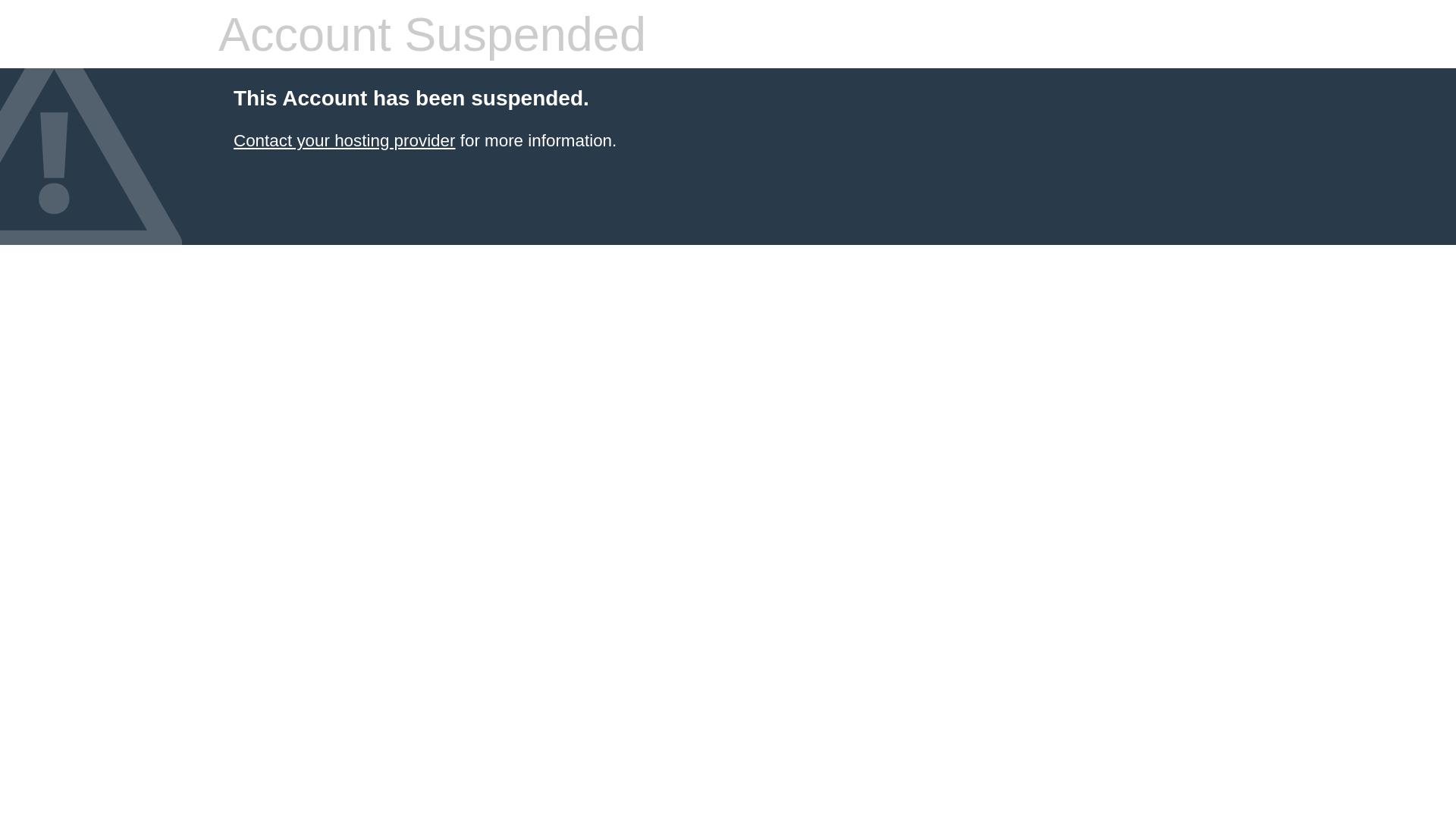 The image size is (1456, 819). Describe the element at coordinates (344, 140) in the screenshot. I see `'Contact your hosting provider'` at that location.